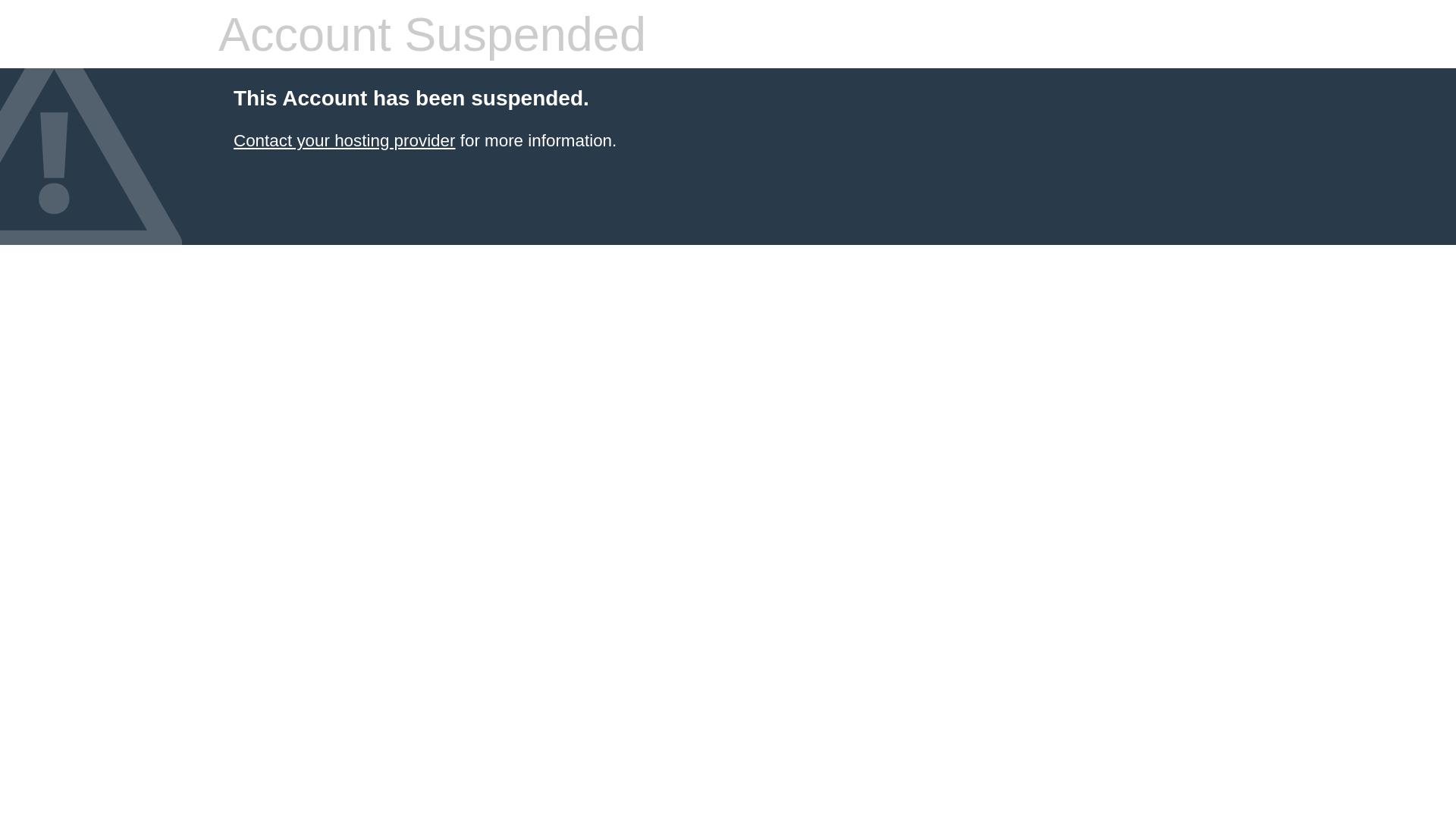 The image size is (1456, 819). Describe the element at coordinates (344, 140) in the screenshot. I see `'Contact your hosting provider'` at that location.